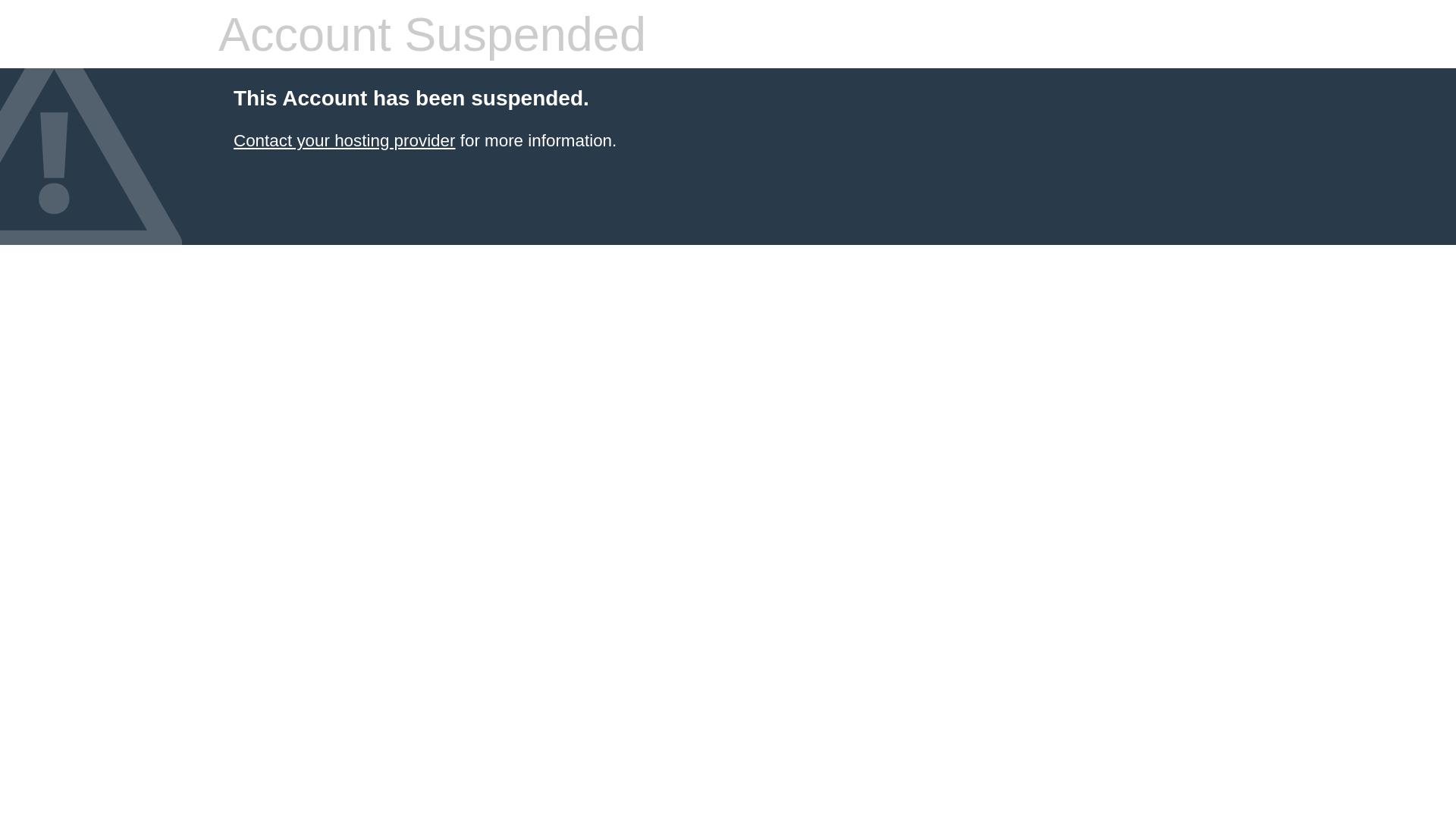 The image size is (1456, 819). Describe the element at coordinates (344, 140) in the screenshot. I see `'Contact your hosting provider'` at that location.